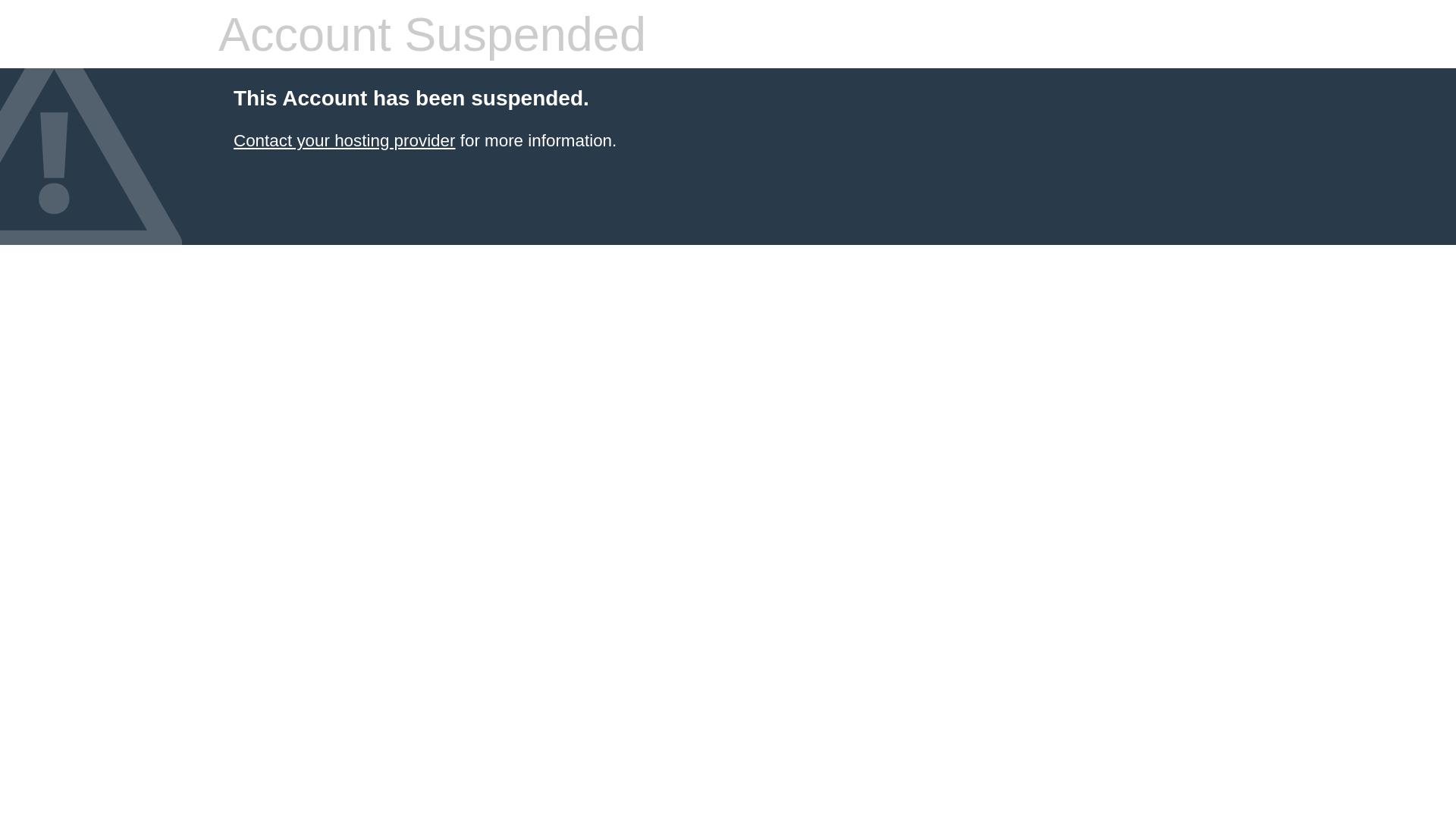 The image size is (1456, 819). Describe the element at coordinates (344, 140) in the screenshot. I see `'Contact your hosting provider'` at that location.